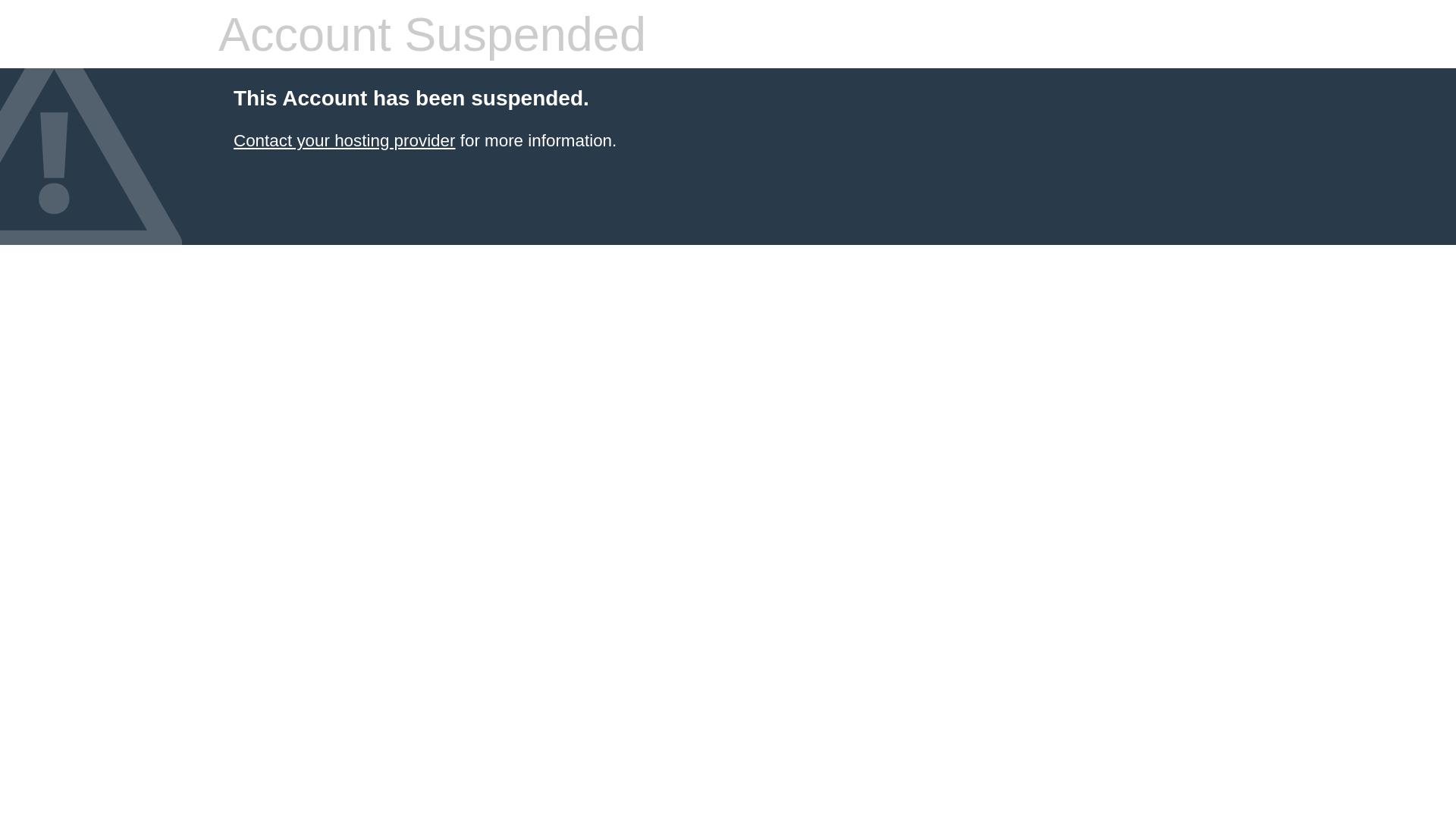 The image size is (1456, 819). Describe the element at coordinates (344, 140) in the screenshot. I see `'Contact your hosting provider'` at that location.